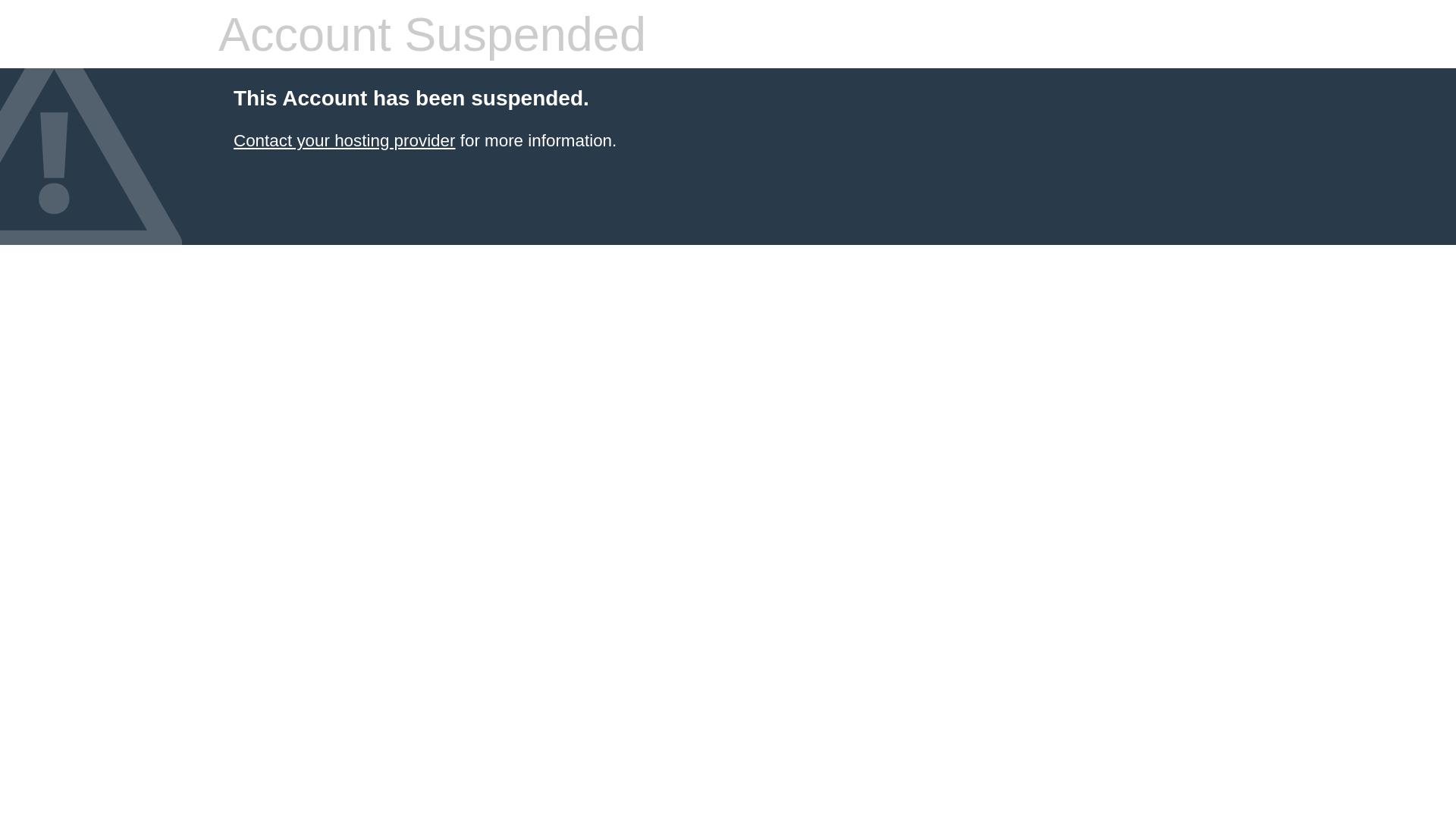 The image size is (1456, 819). Describe the element at coordinates (344, 140) in the screenshot. I see `'Contact your hosting provider'` at that location.